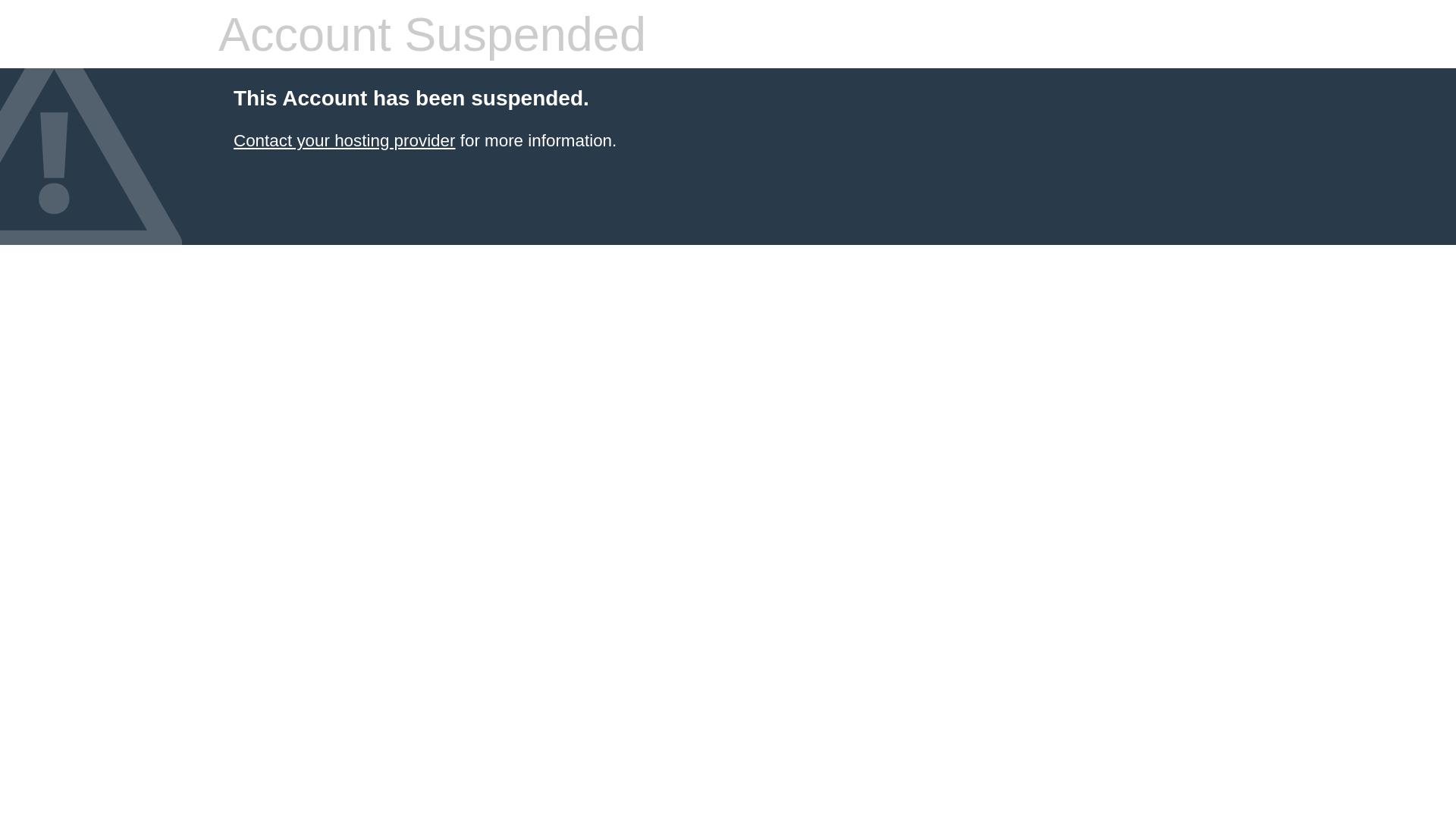 The image size is (1456, 819). Describe the element at coordinates (344, 140) in the screenshot. I see `'Contact your hosting provider'` at that location.